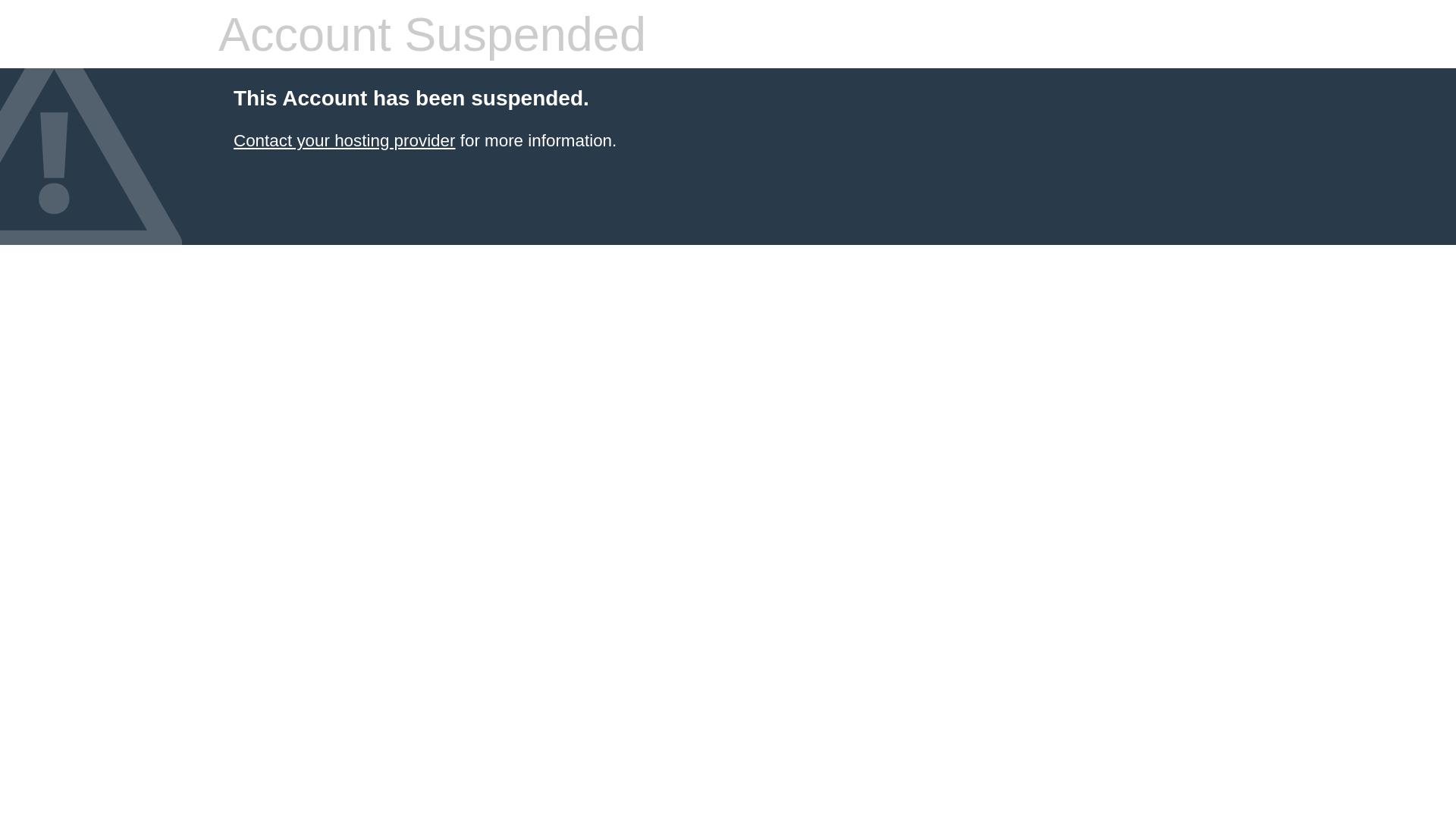 The image size is (1456, 819). Describe the element at coordinates (344, 140) in the screenshot. I see `'Contact your hosting provider'` at that location.